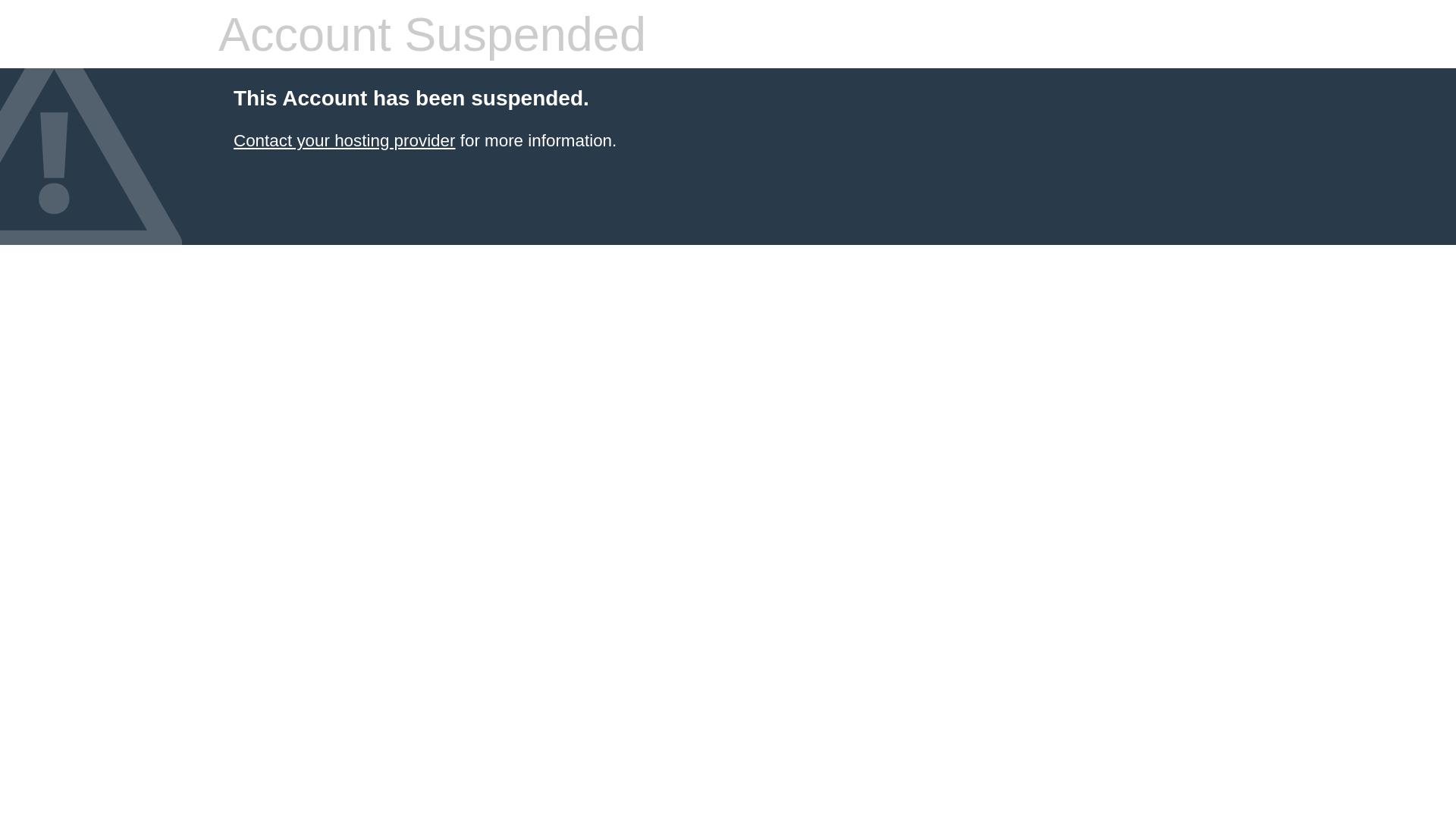 The image size is (1456, 819). Describe the element at coordinates (344, 140) in the screenshot. I see `'Contact your hosting provider'` at that location.